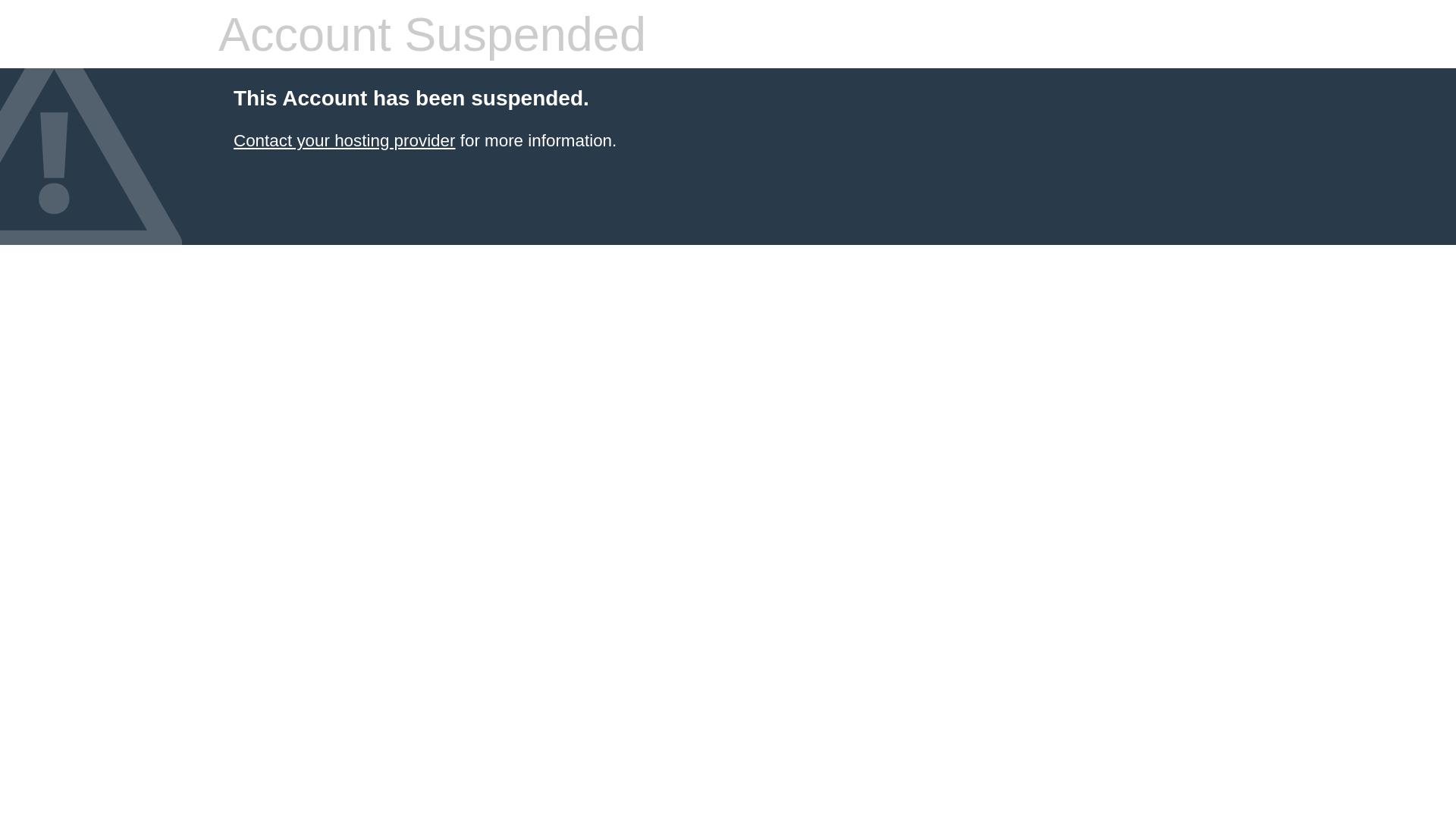 The image size is (1456, 819). Describe the element at coordinates (344, 140) in the screenshot. I see `'Contact your hosting provider'` at that location.